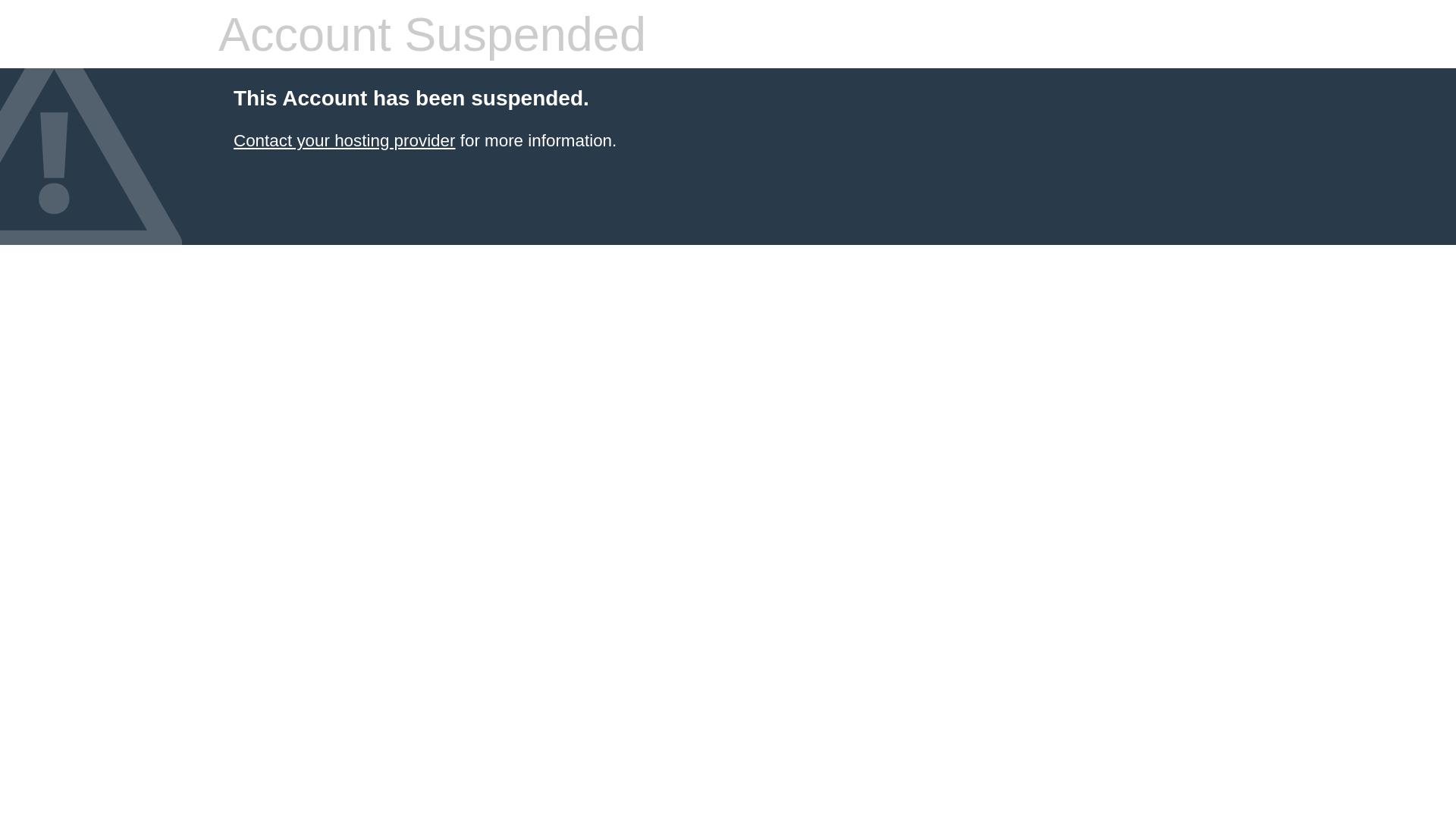 The image size is (1456, 819). Describe the element at coordinates (344, 140) in the screenshot. I see `'Contact your hosting provider'` at that location.